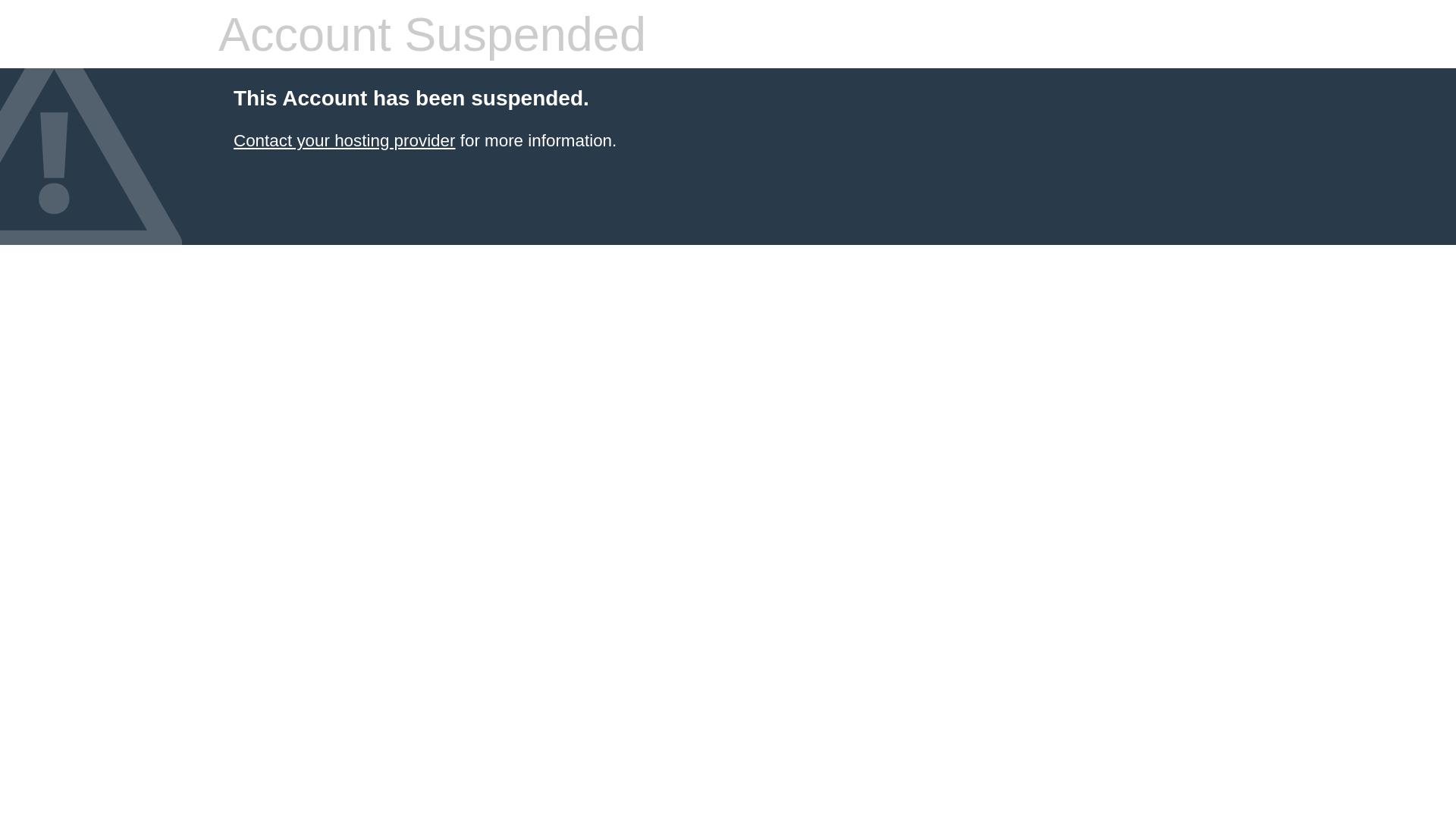 The image size is (1456, 819). Describe the element at coordinates (344, 140) in the screenshot. I see `'Contact your hosting provider'` at that location.